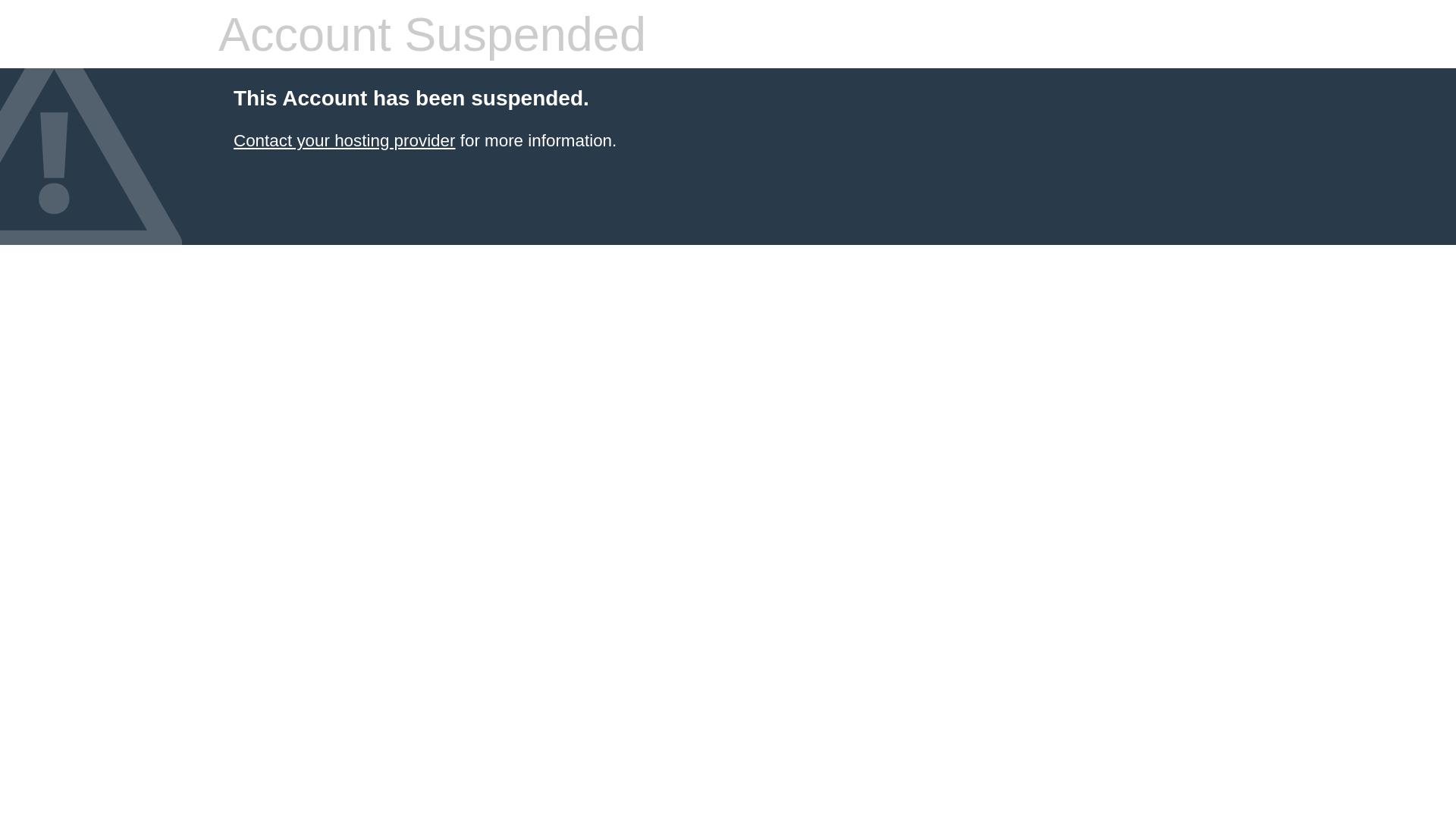 The image size is (1456, 819). Describe the element at coordinates (344, 140) in the screenshot. I see `'Contact your hosting provider'` at that location.